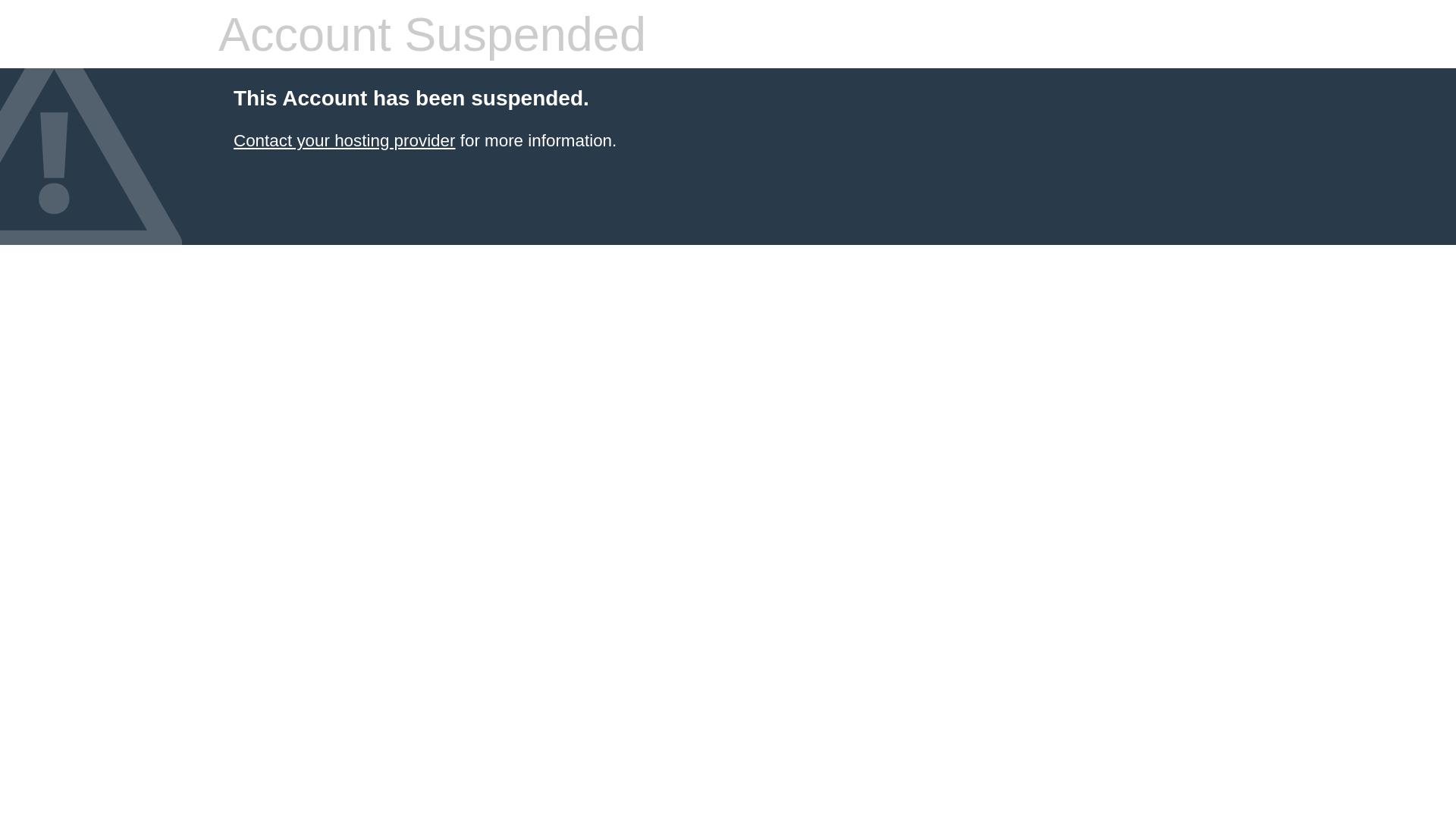 The image size is (1456, 819). Describe the element at coordinates (344, 140) in the screenshot. I see `'Contact your hosting provider'` at that location.